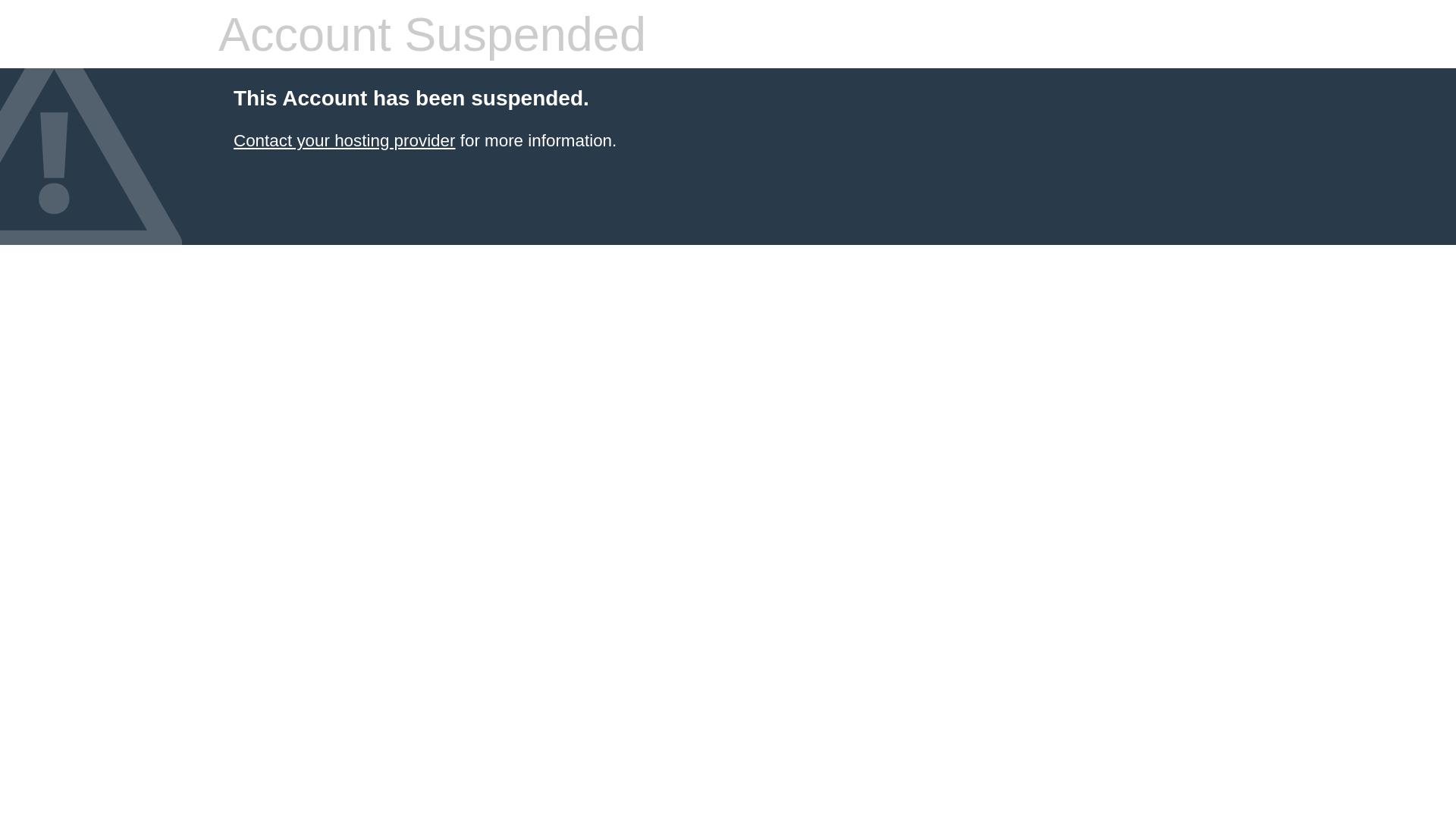 The image size is (1456, 819). Describe the element at coordinates (344, 140) in the screenshot. I see `'Contact your hosting provider'` at that location.